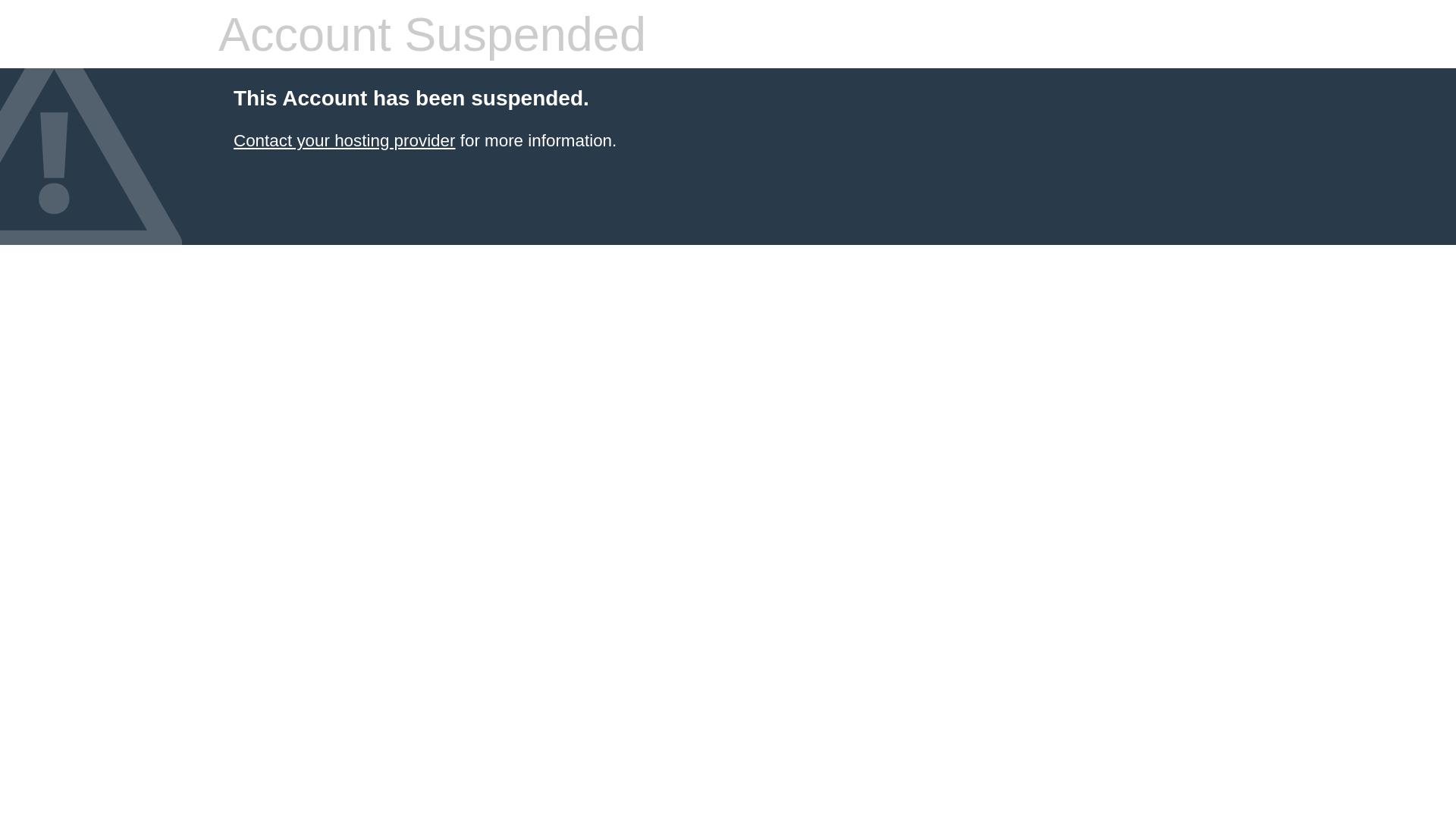 The image size is (1456, 819). Describe the element at coordinates (344, 140) in the screenshot. I see `'Contact your hosting provider'` at that location.